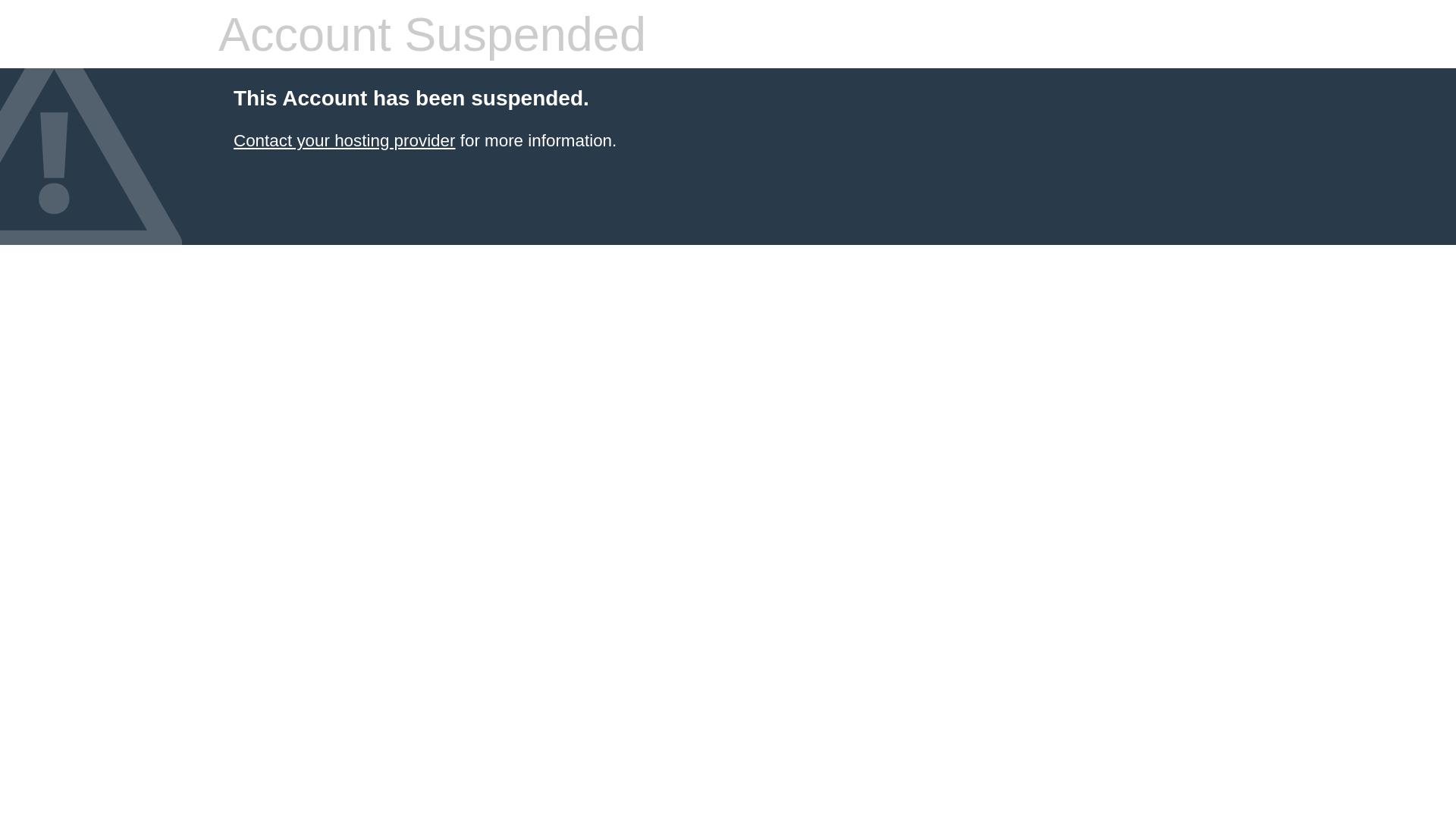 The image size is (1456, 819). Describe the element at coordinates (344, 140) in the screenshot. I see `'Contact your hosting provider'` at that location.